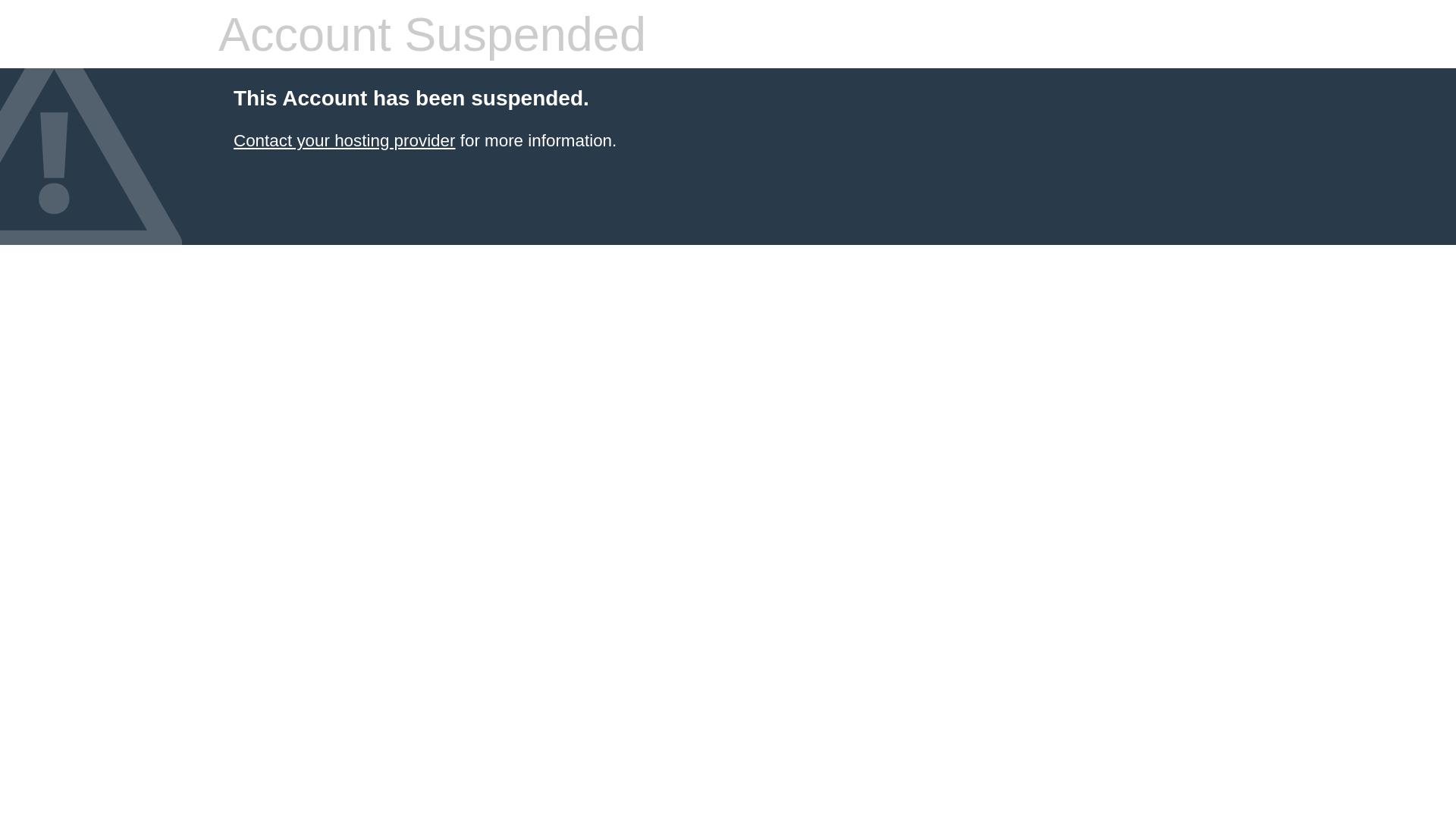 The image size is (1456, 819). Describe the element at coordinates (344, 140) in the screenshot. I see `'Contact your hosting provider'` at that location.